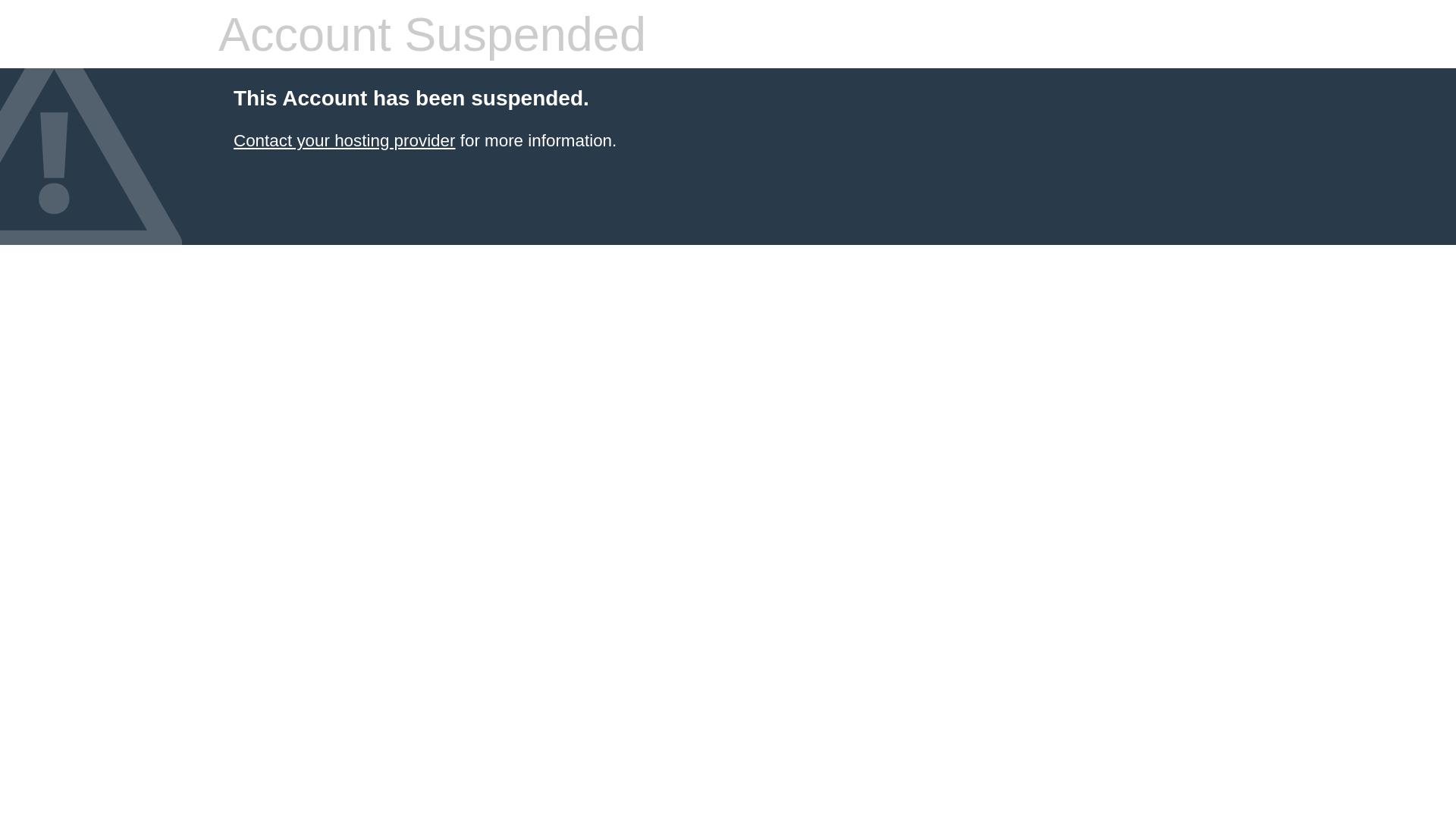 The image size is (1456, 819). Describe the element at coordinates (344, 140) in the screenshot. I see `'Contact your hosting provider'` at that location.